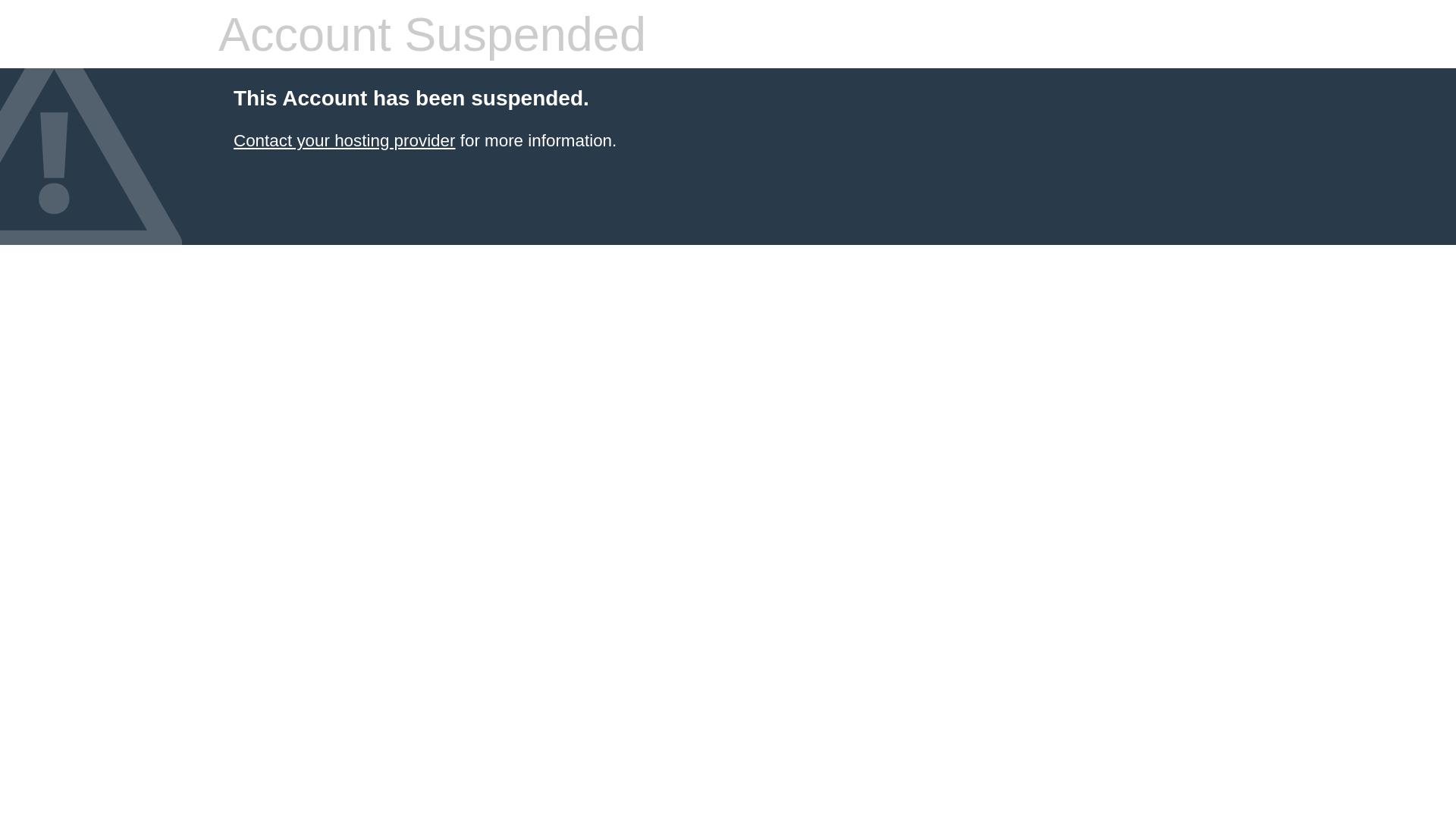 The image size is (1456, 819). Describe the element at coordinates (344, 140) in the screenshot. I see `'Contact your hosting provider'` at that location.